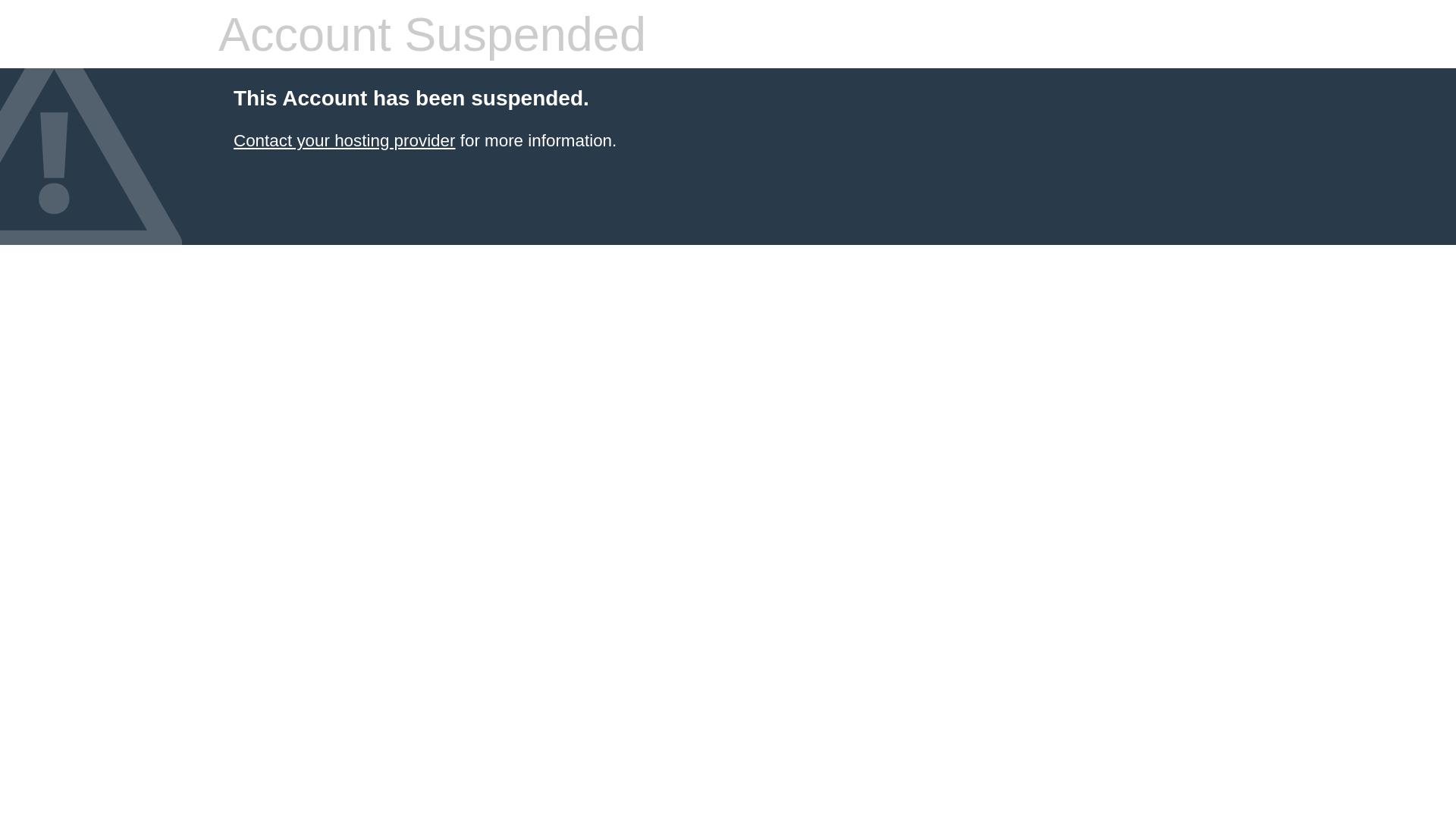 The image size is (1456, 819). Describe the element at coordinates (344, 140) in the screenshot. I see `'Contact your hosting provider'` at that location.